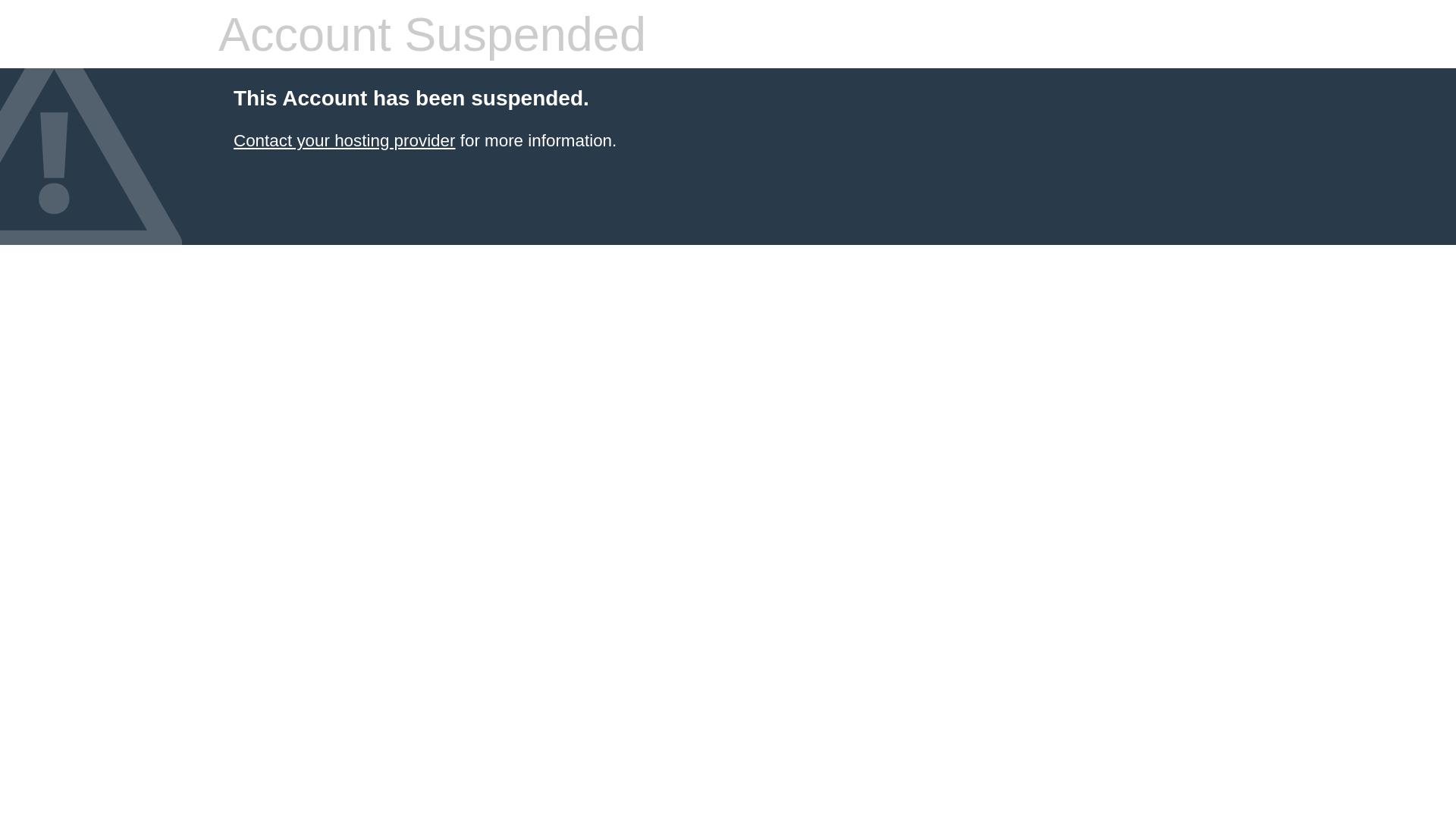 The image size is (1456, 819). Describe the element at coordinates (344, 140) in the screenshot. I see `'Contact your hosting provider'` at that location.